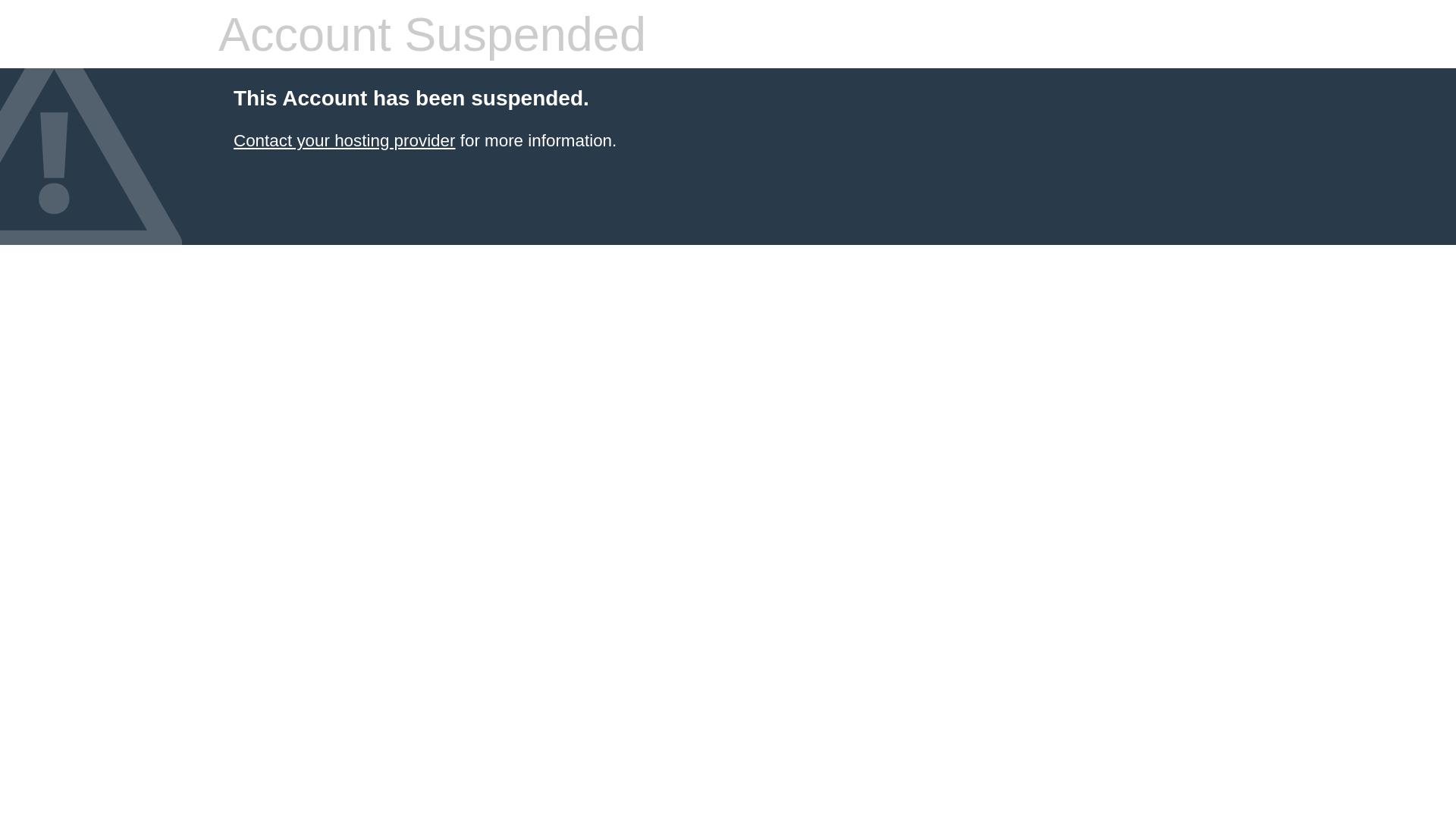 The image size is (1456, 819). Describe the element at coordinates (344, 140) in the screenshot. I see `'Contact your hosting provider'` at that location.